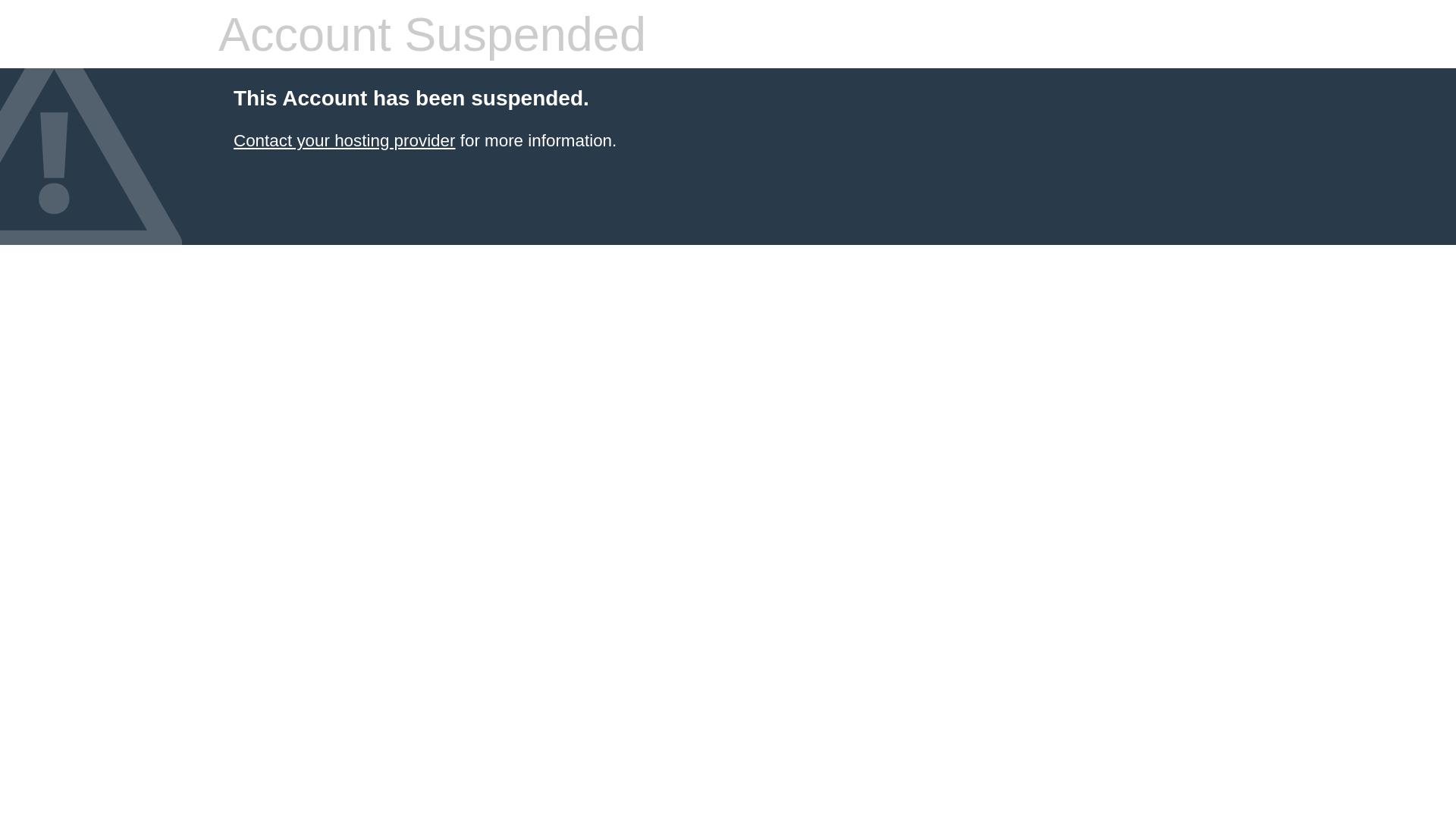 The image size is (1456, 819). Describe the element at coordinates (344, 140) in the screenshot. I see `'Contact your hosting provider'` at that location.